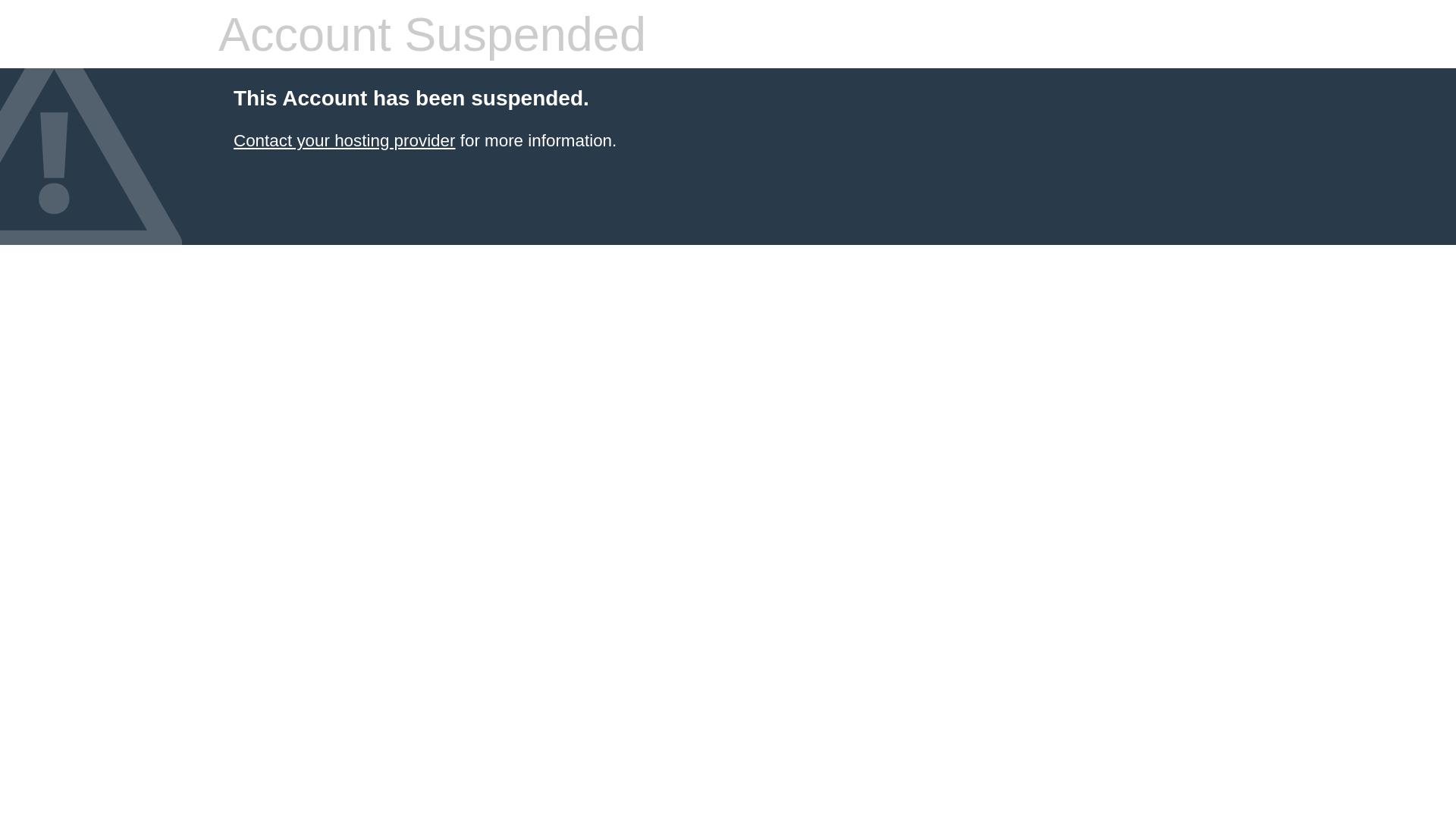 The image size is (1456, 819). Describe the element at coordinates (344, 140) in the screenshot. I see `'Contact your hosting provider'` at that location.